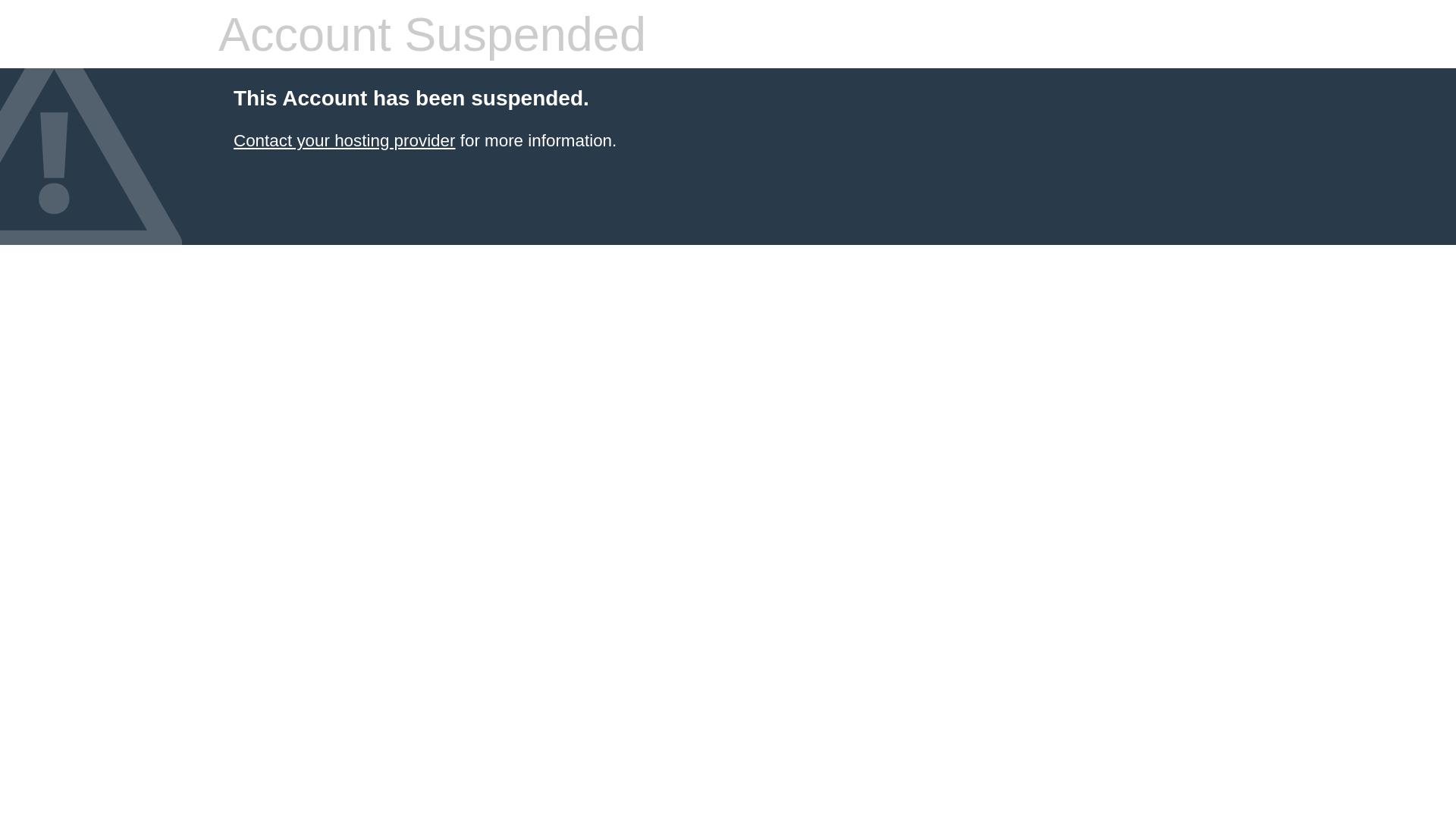 The image size is (1456, 819). Describe the element at coordinates (344, 140) in the screenshot. I see `'Contact your hosting provider'` at that location.